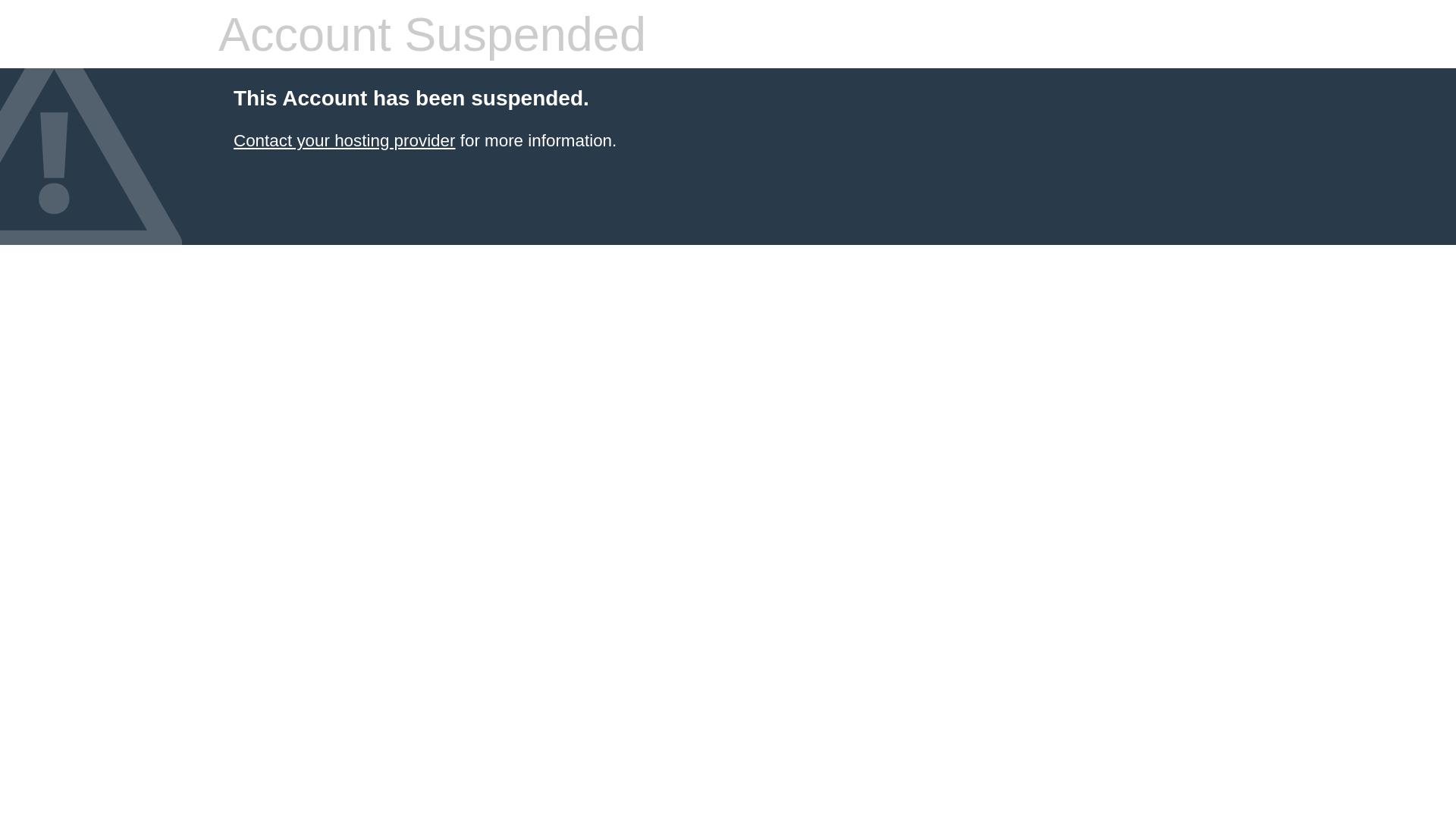 The image size is (1456, 819). Describe the element at coordinates (344, 140) in the screenshot. I see `'Contact your hosting provider'` at that location.